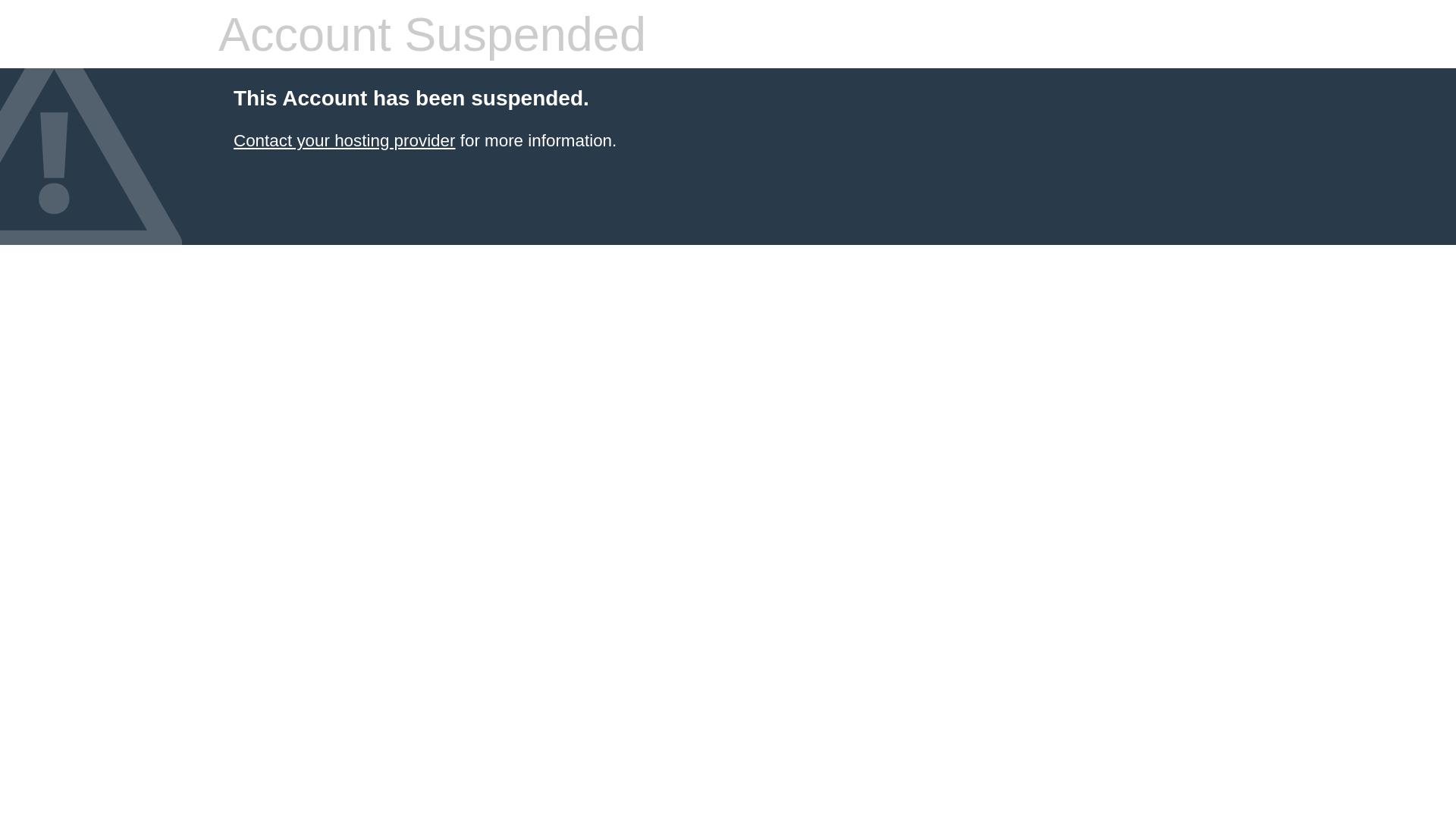 The image size is (1456, 819). Describe the element at coordinates (344, 140) in the screenshot. I see `'Contact your hosting provider'` at that location.